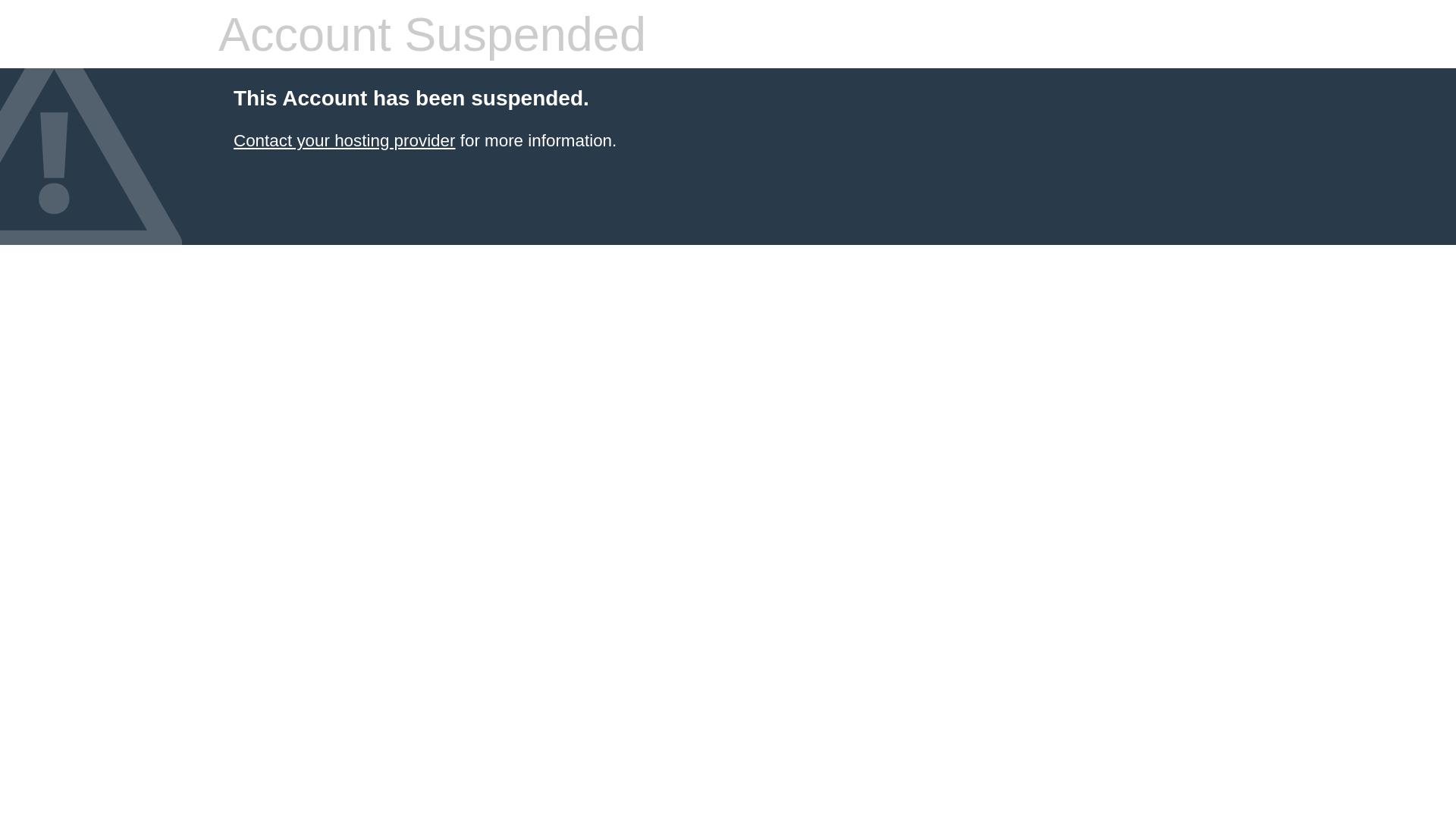 The image size is (1456, 819). Describe the element at coordinates (344, 140) in the screenshot. I see `'Contact your hosting provider'` at that location.